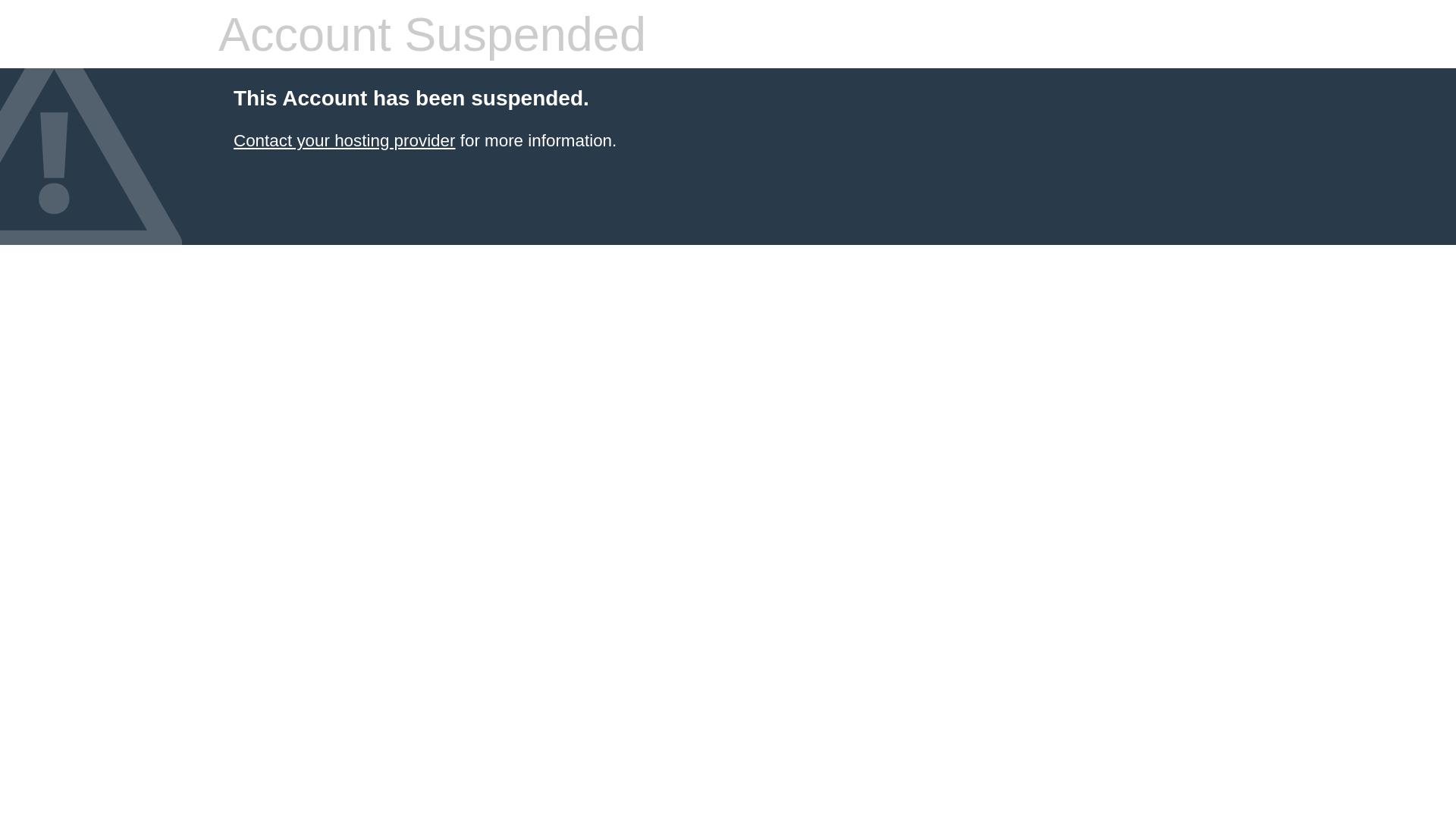 The image size is (1456, 819). Describe the element at coordinates (344, 140) in the screenshot. I see `'Contact your hosting provider'` at that location.